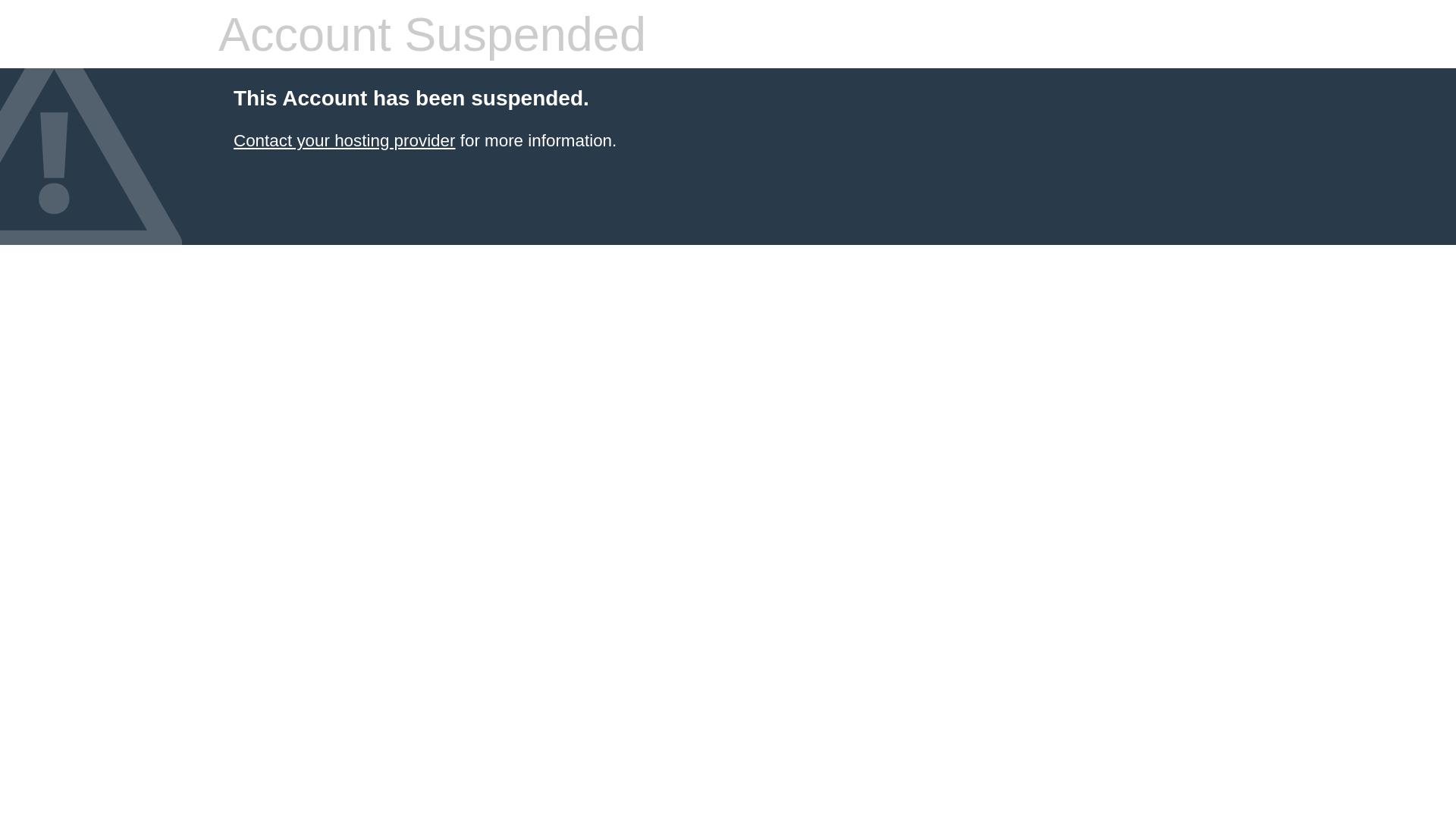 The image size is (1456, 819). Describe the element at coordinates (344, 140) in the screenshot. I see `'Contact your hosting provider'` at that location.